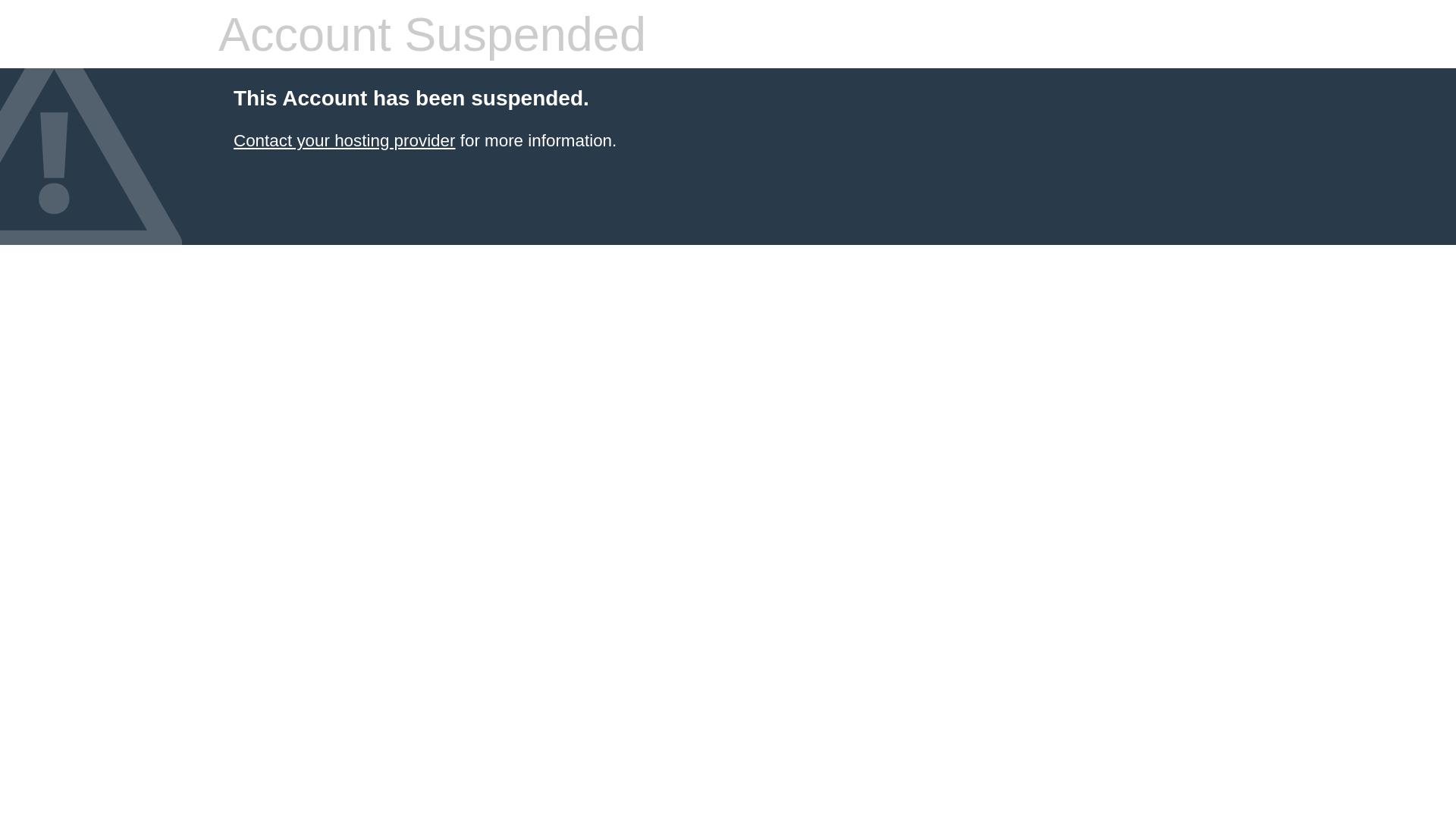 The image size is (1456, 819). Describe the element at coordinates (344, 140) in the screenshot. I see `'Contact your hosting provider'` at that location.